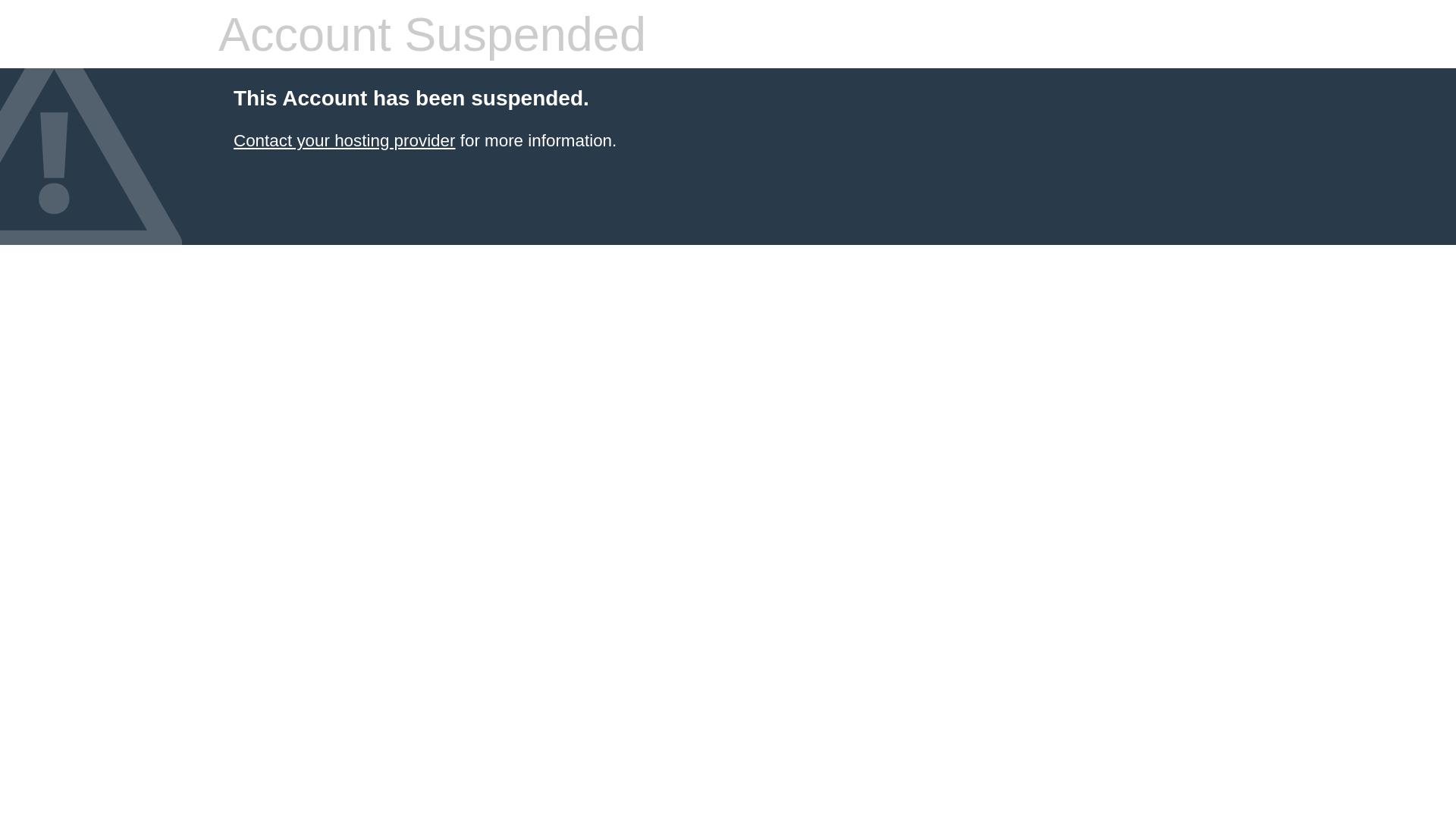 The image size is (1456, 819). Describe the element at coordinates (344, 140) in the screenshot. I see `'Contact your hosting provider'` at that location.